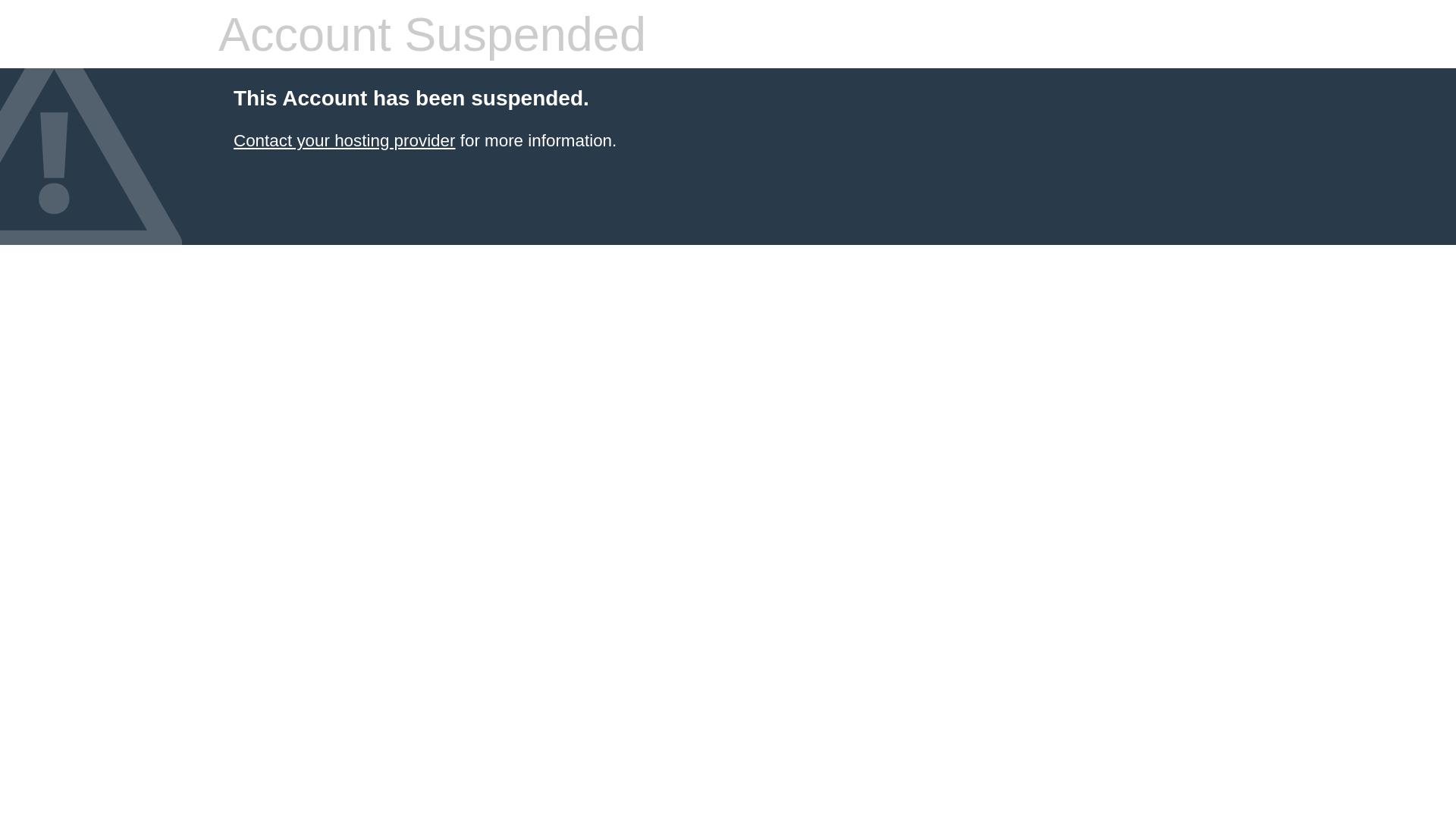 The image size is (1456, 819). Describe the element at coordinates (344, 140) in the screenshot. I see `'Contact your hosting provider'` at that location.